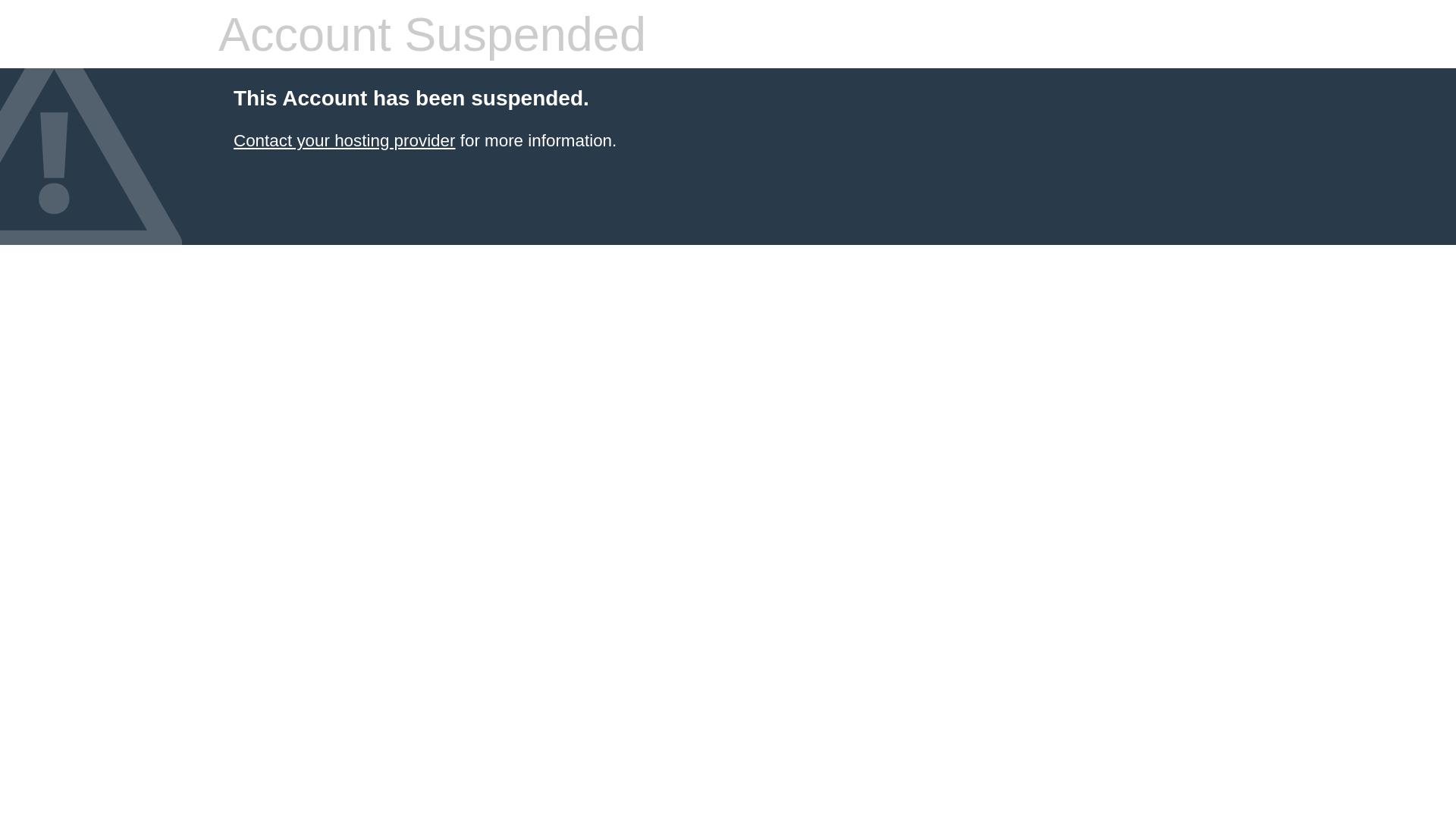 The image size is (1456, 819). Describe the element at coordinates (344, 140) in the screenshot. I see `'Contact your hosting provider'` at that location.